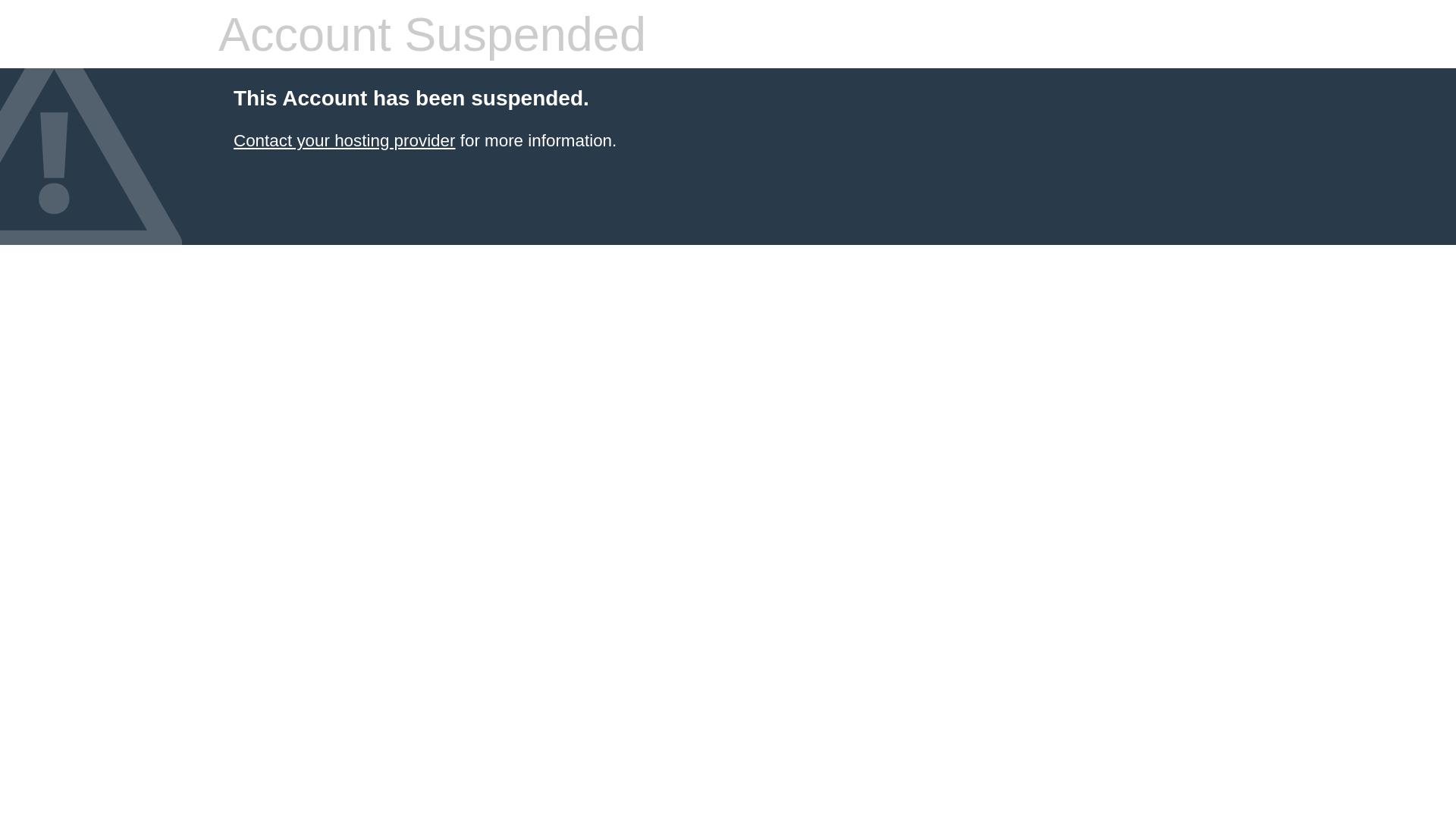 The image size is (1456, 819). Describe the element at coordinates (344, 140) in the screenshot. I see `'Contact your hosting provider'` at that location.